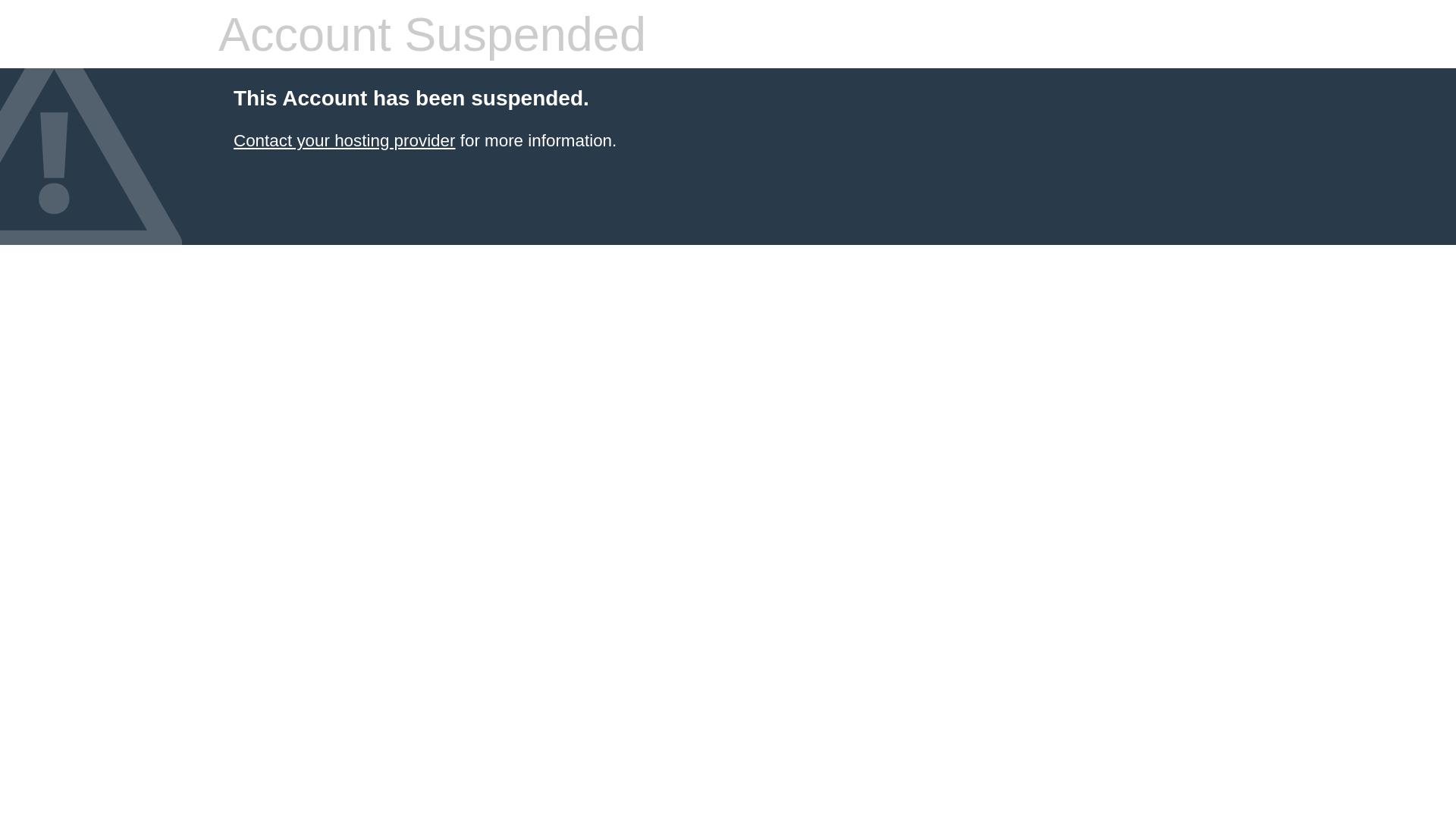 The image size is (1456, 819). Describe the element at coordinates (344, 140) in the screenshot. I see `'Contact your hosting provider'` at that location.